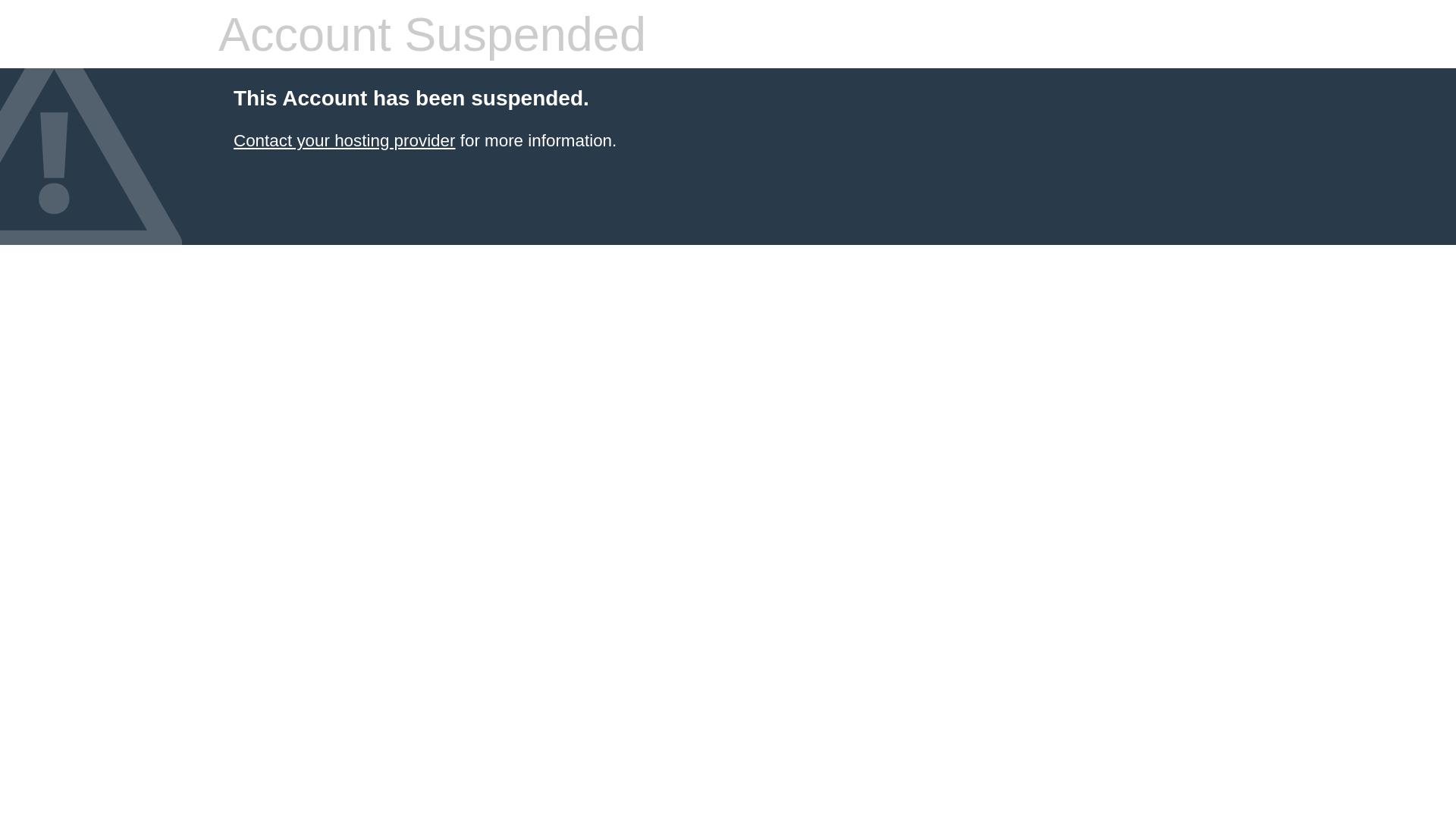 The image size is (1456, 819). Describe the element at coordinates (344, 140) in the screenshot. I see `'Contact your hosting provider'` at that location.